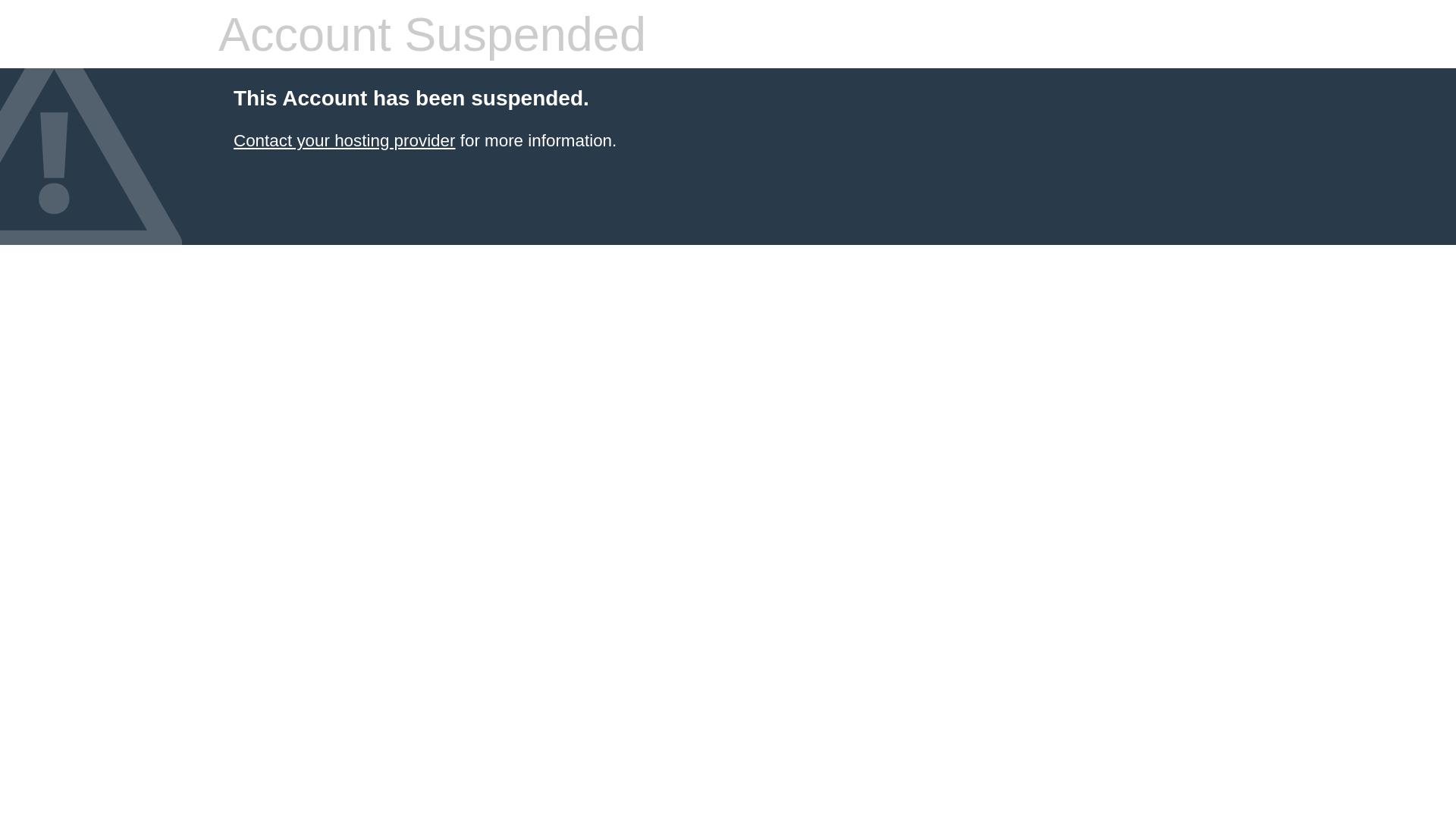 The image size is (1456, 819). Describe the element at coordinates (344, 140) in the screenshot. I see `'Contact your hosting provider'` at that location.